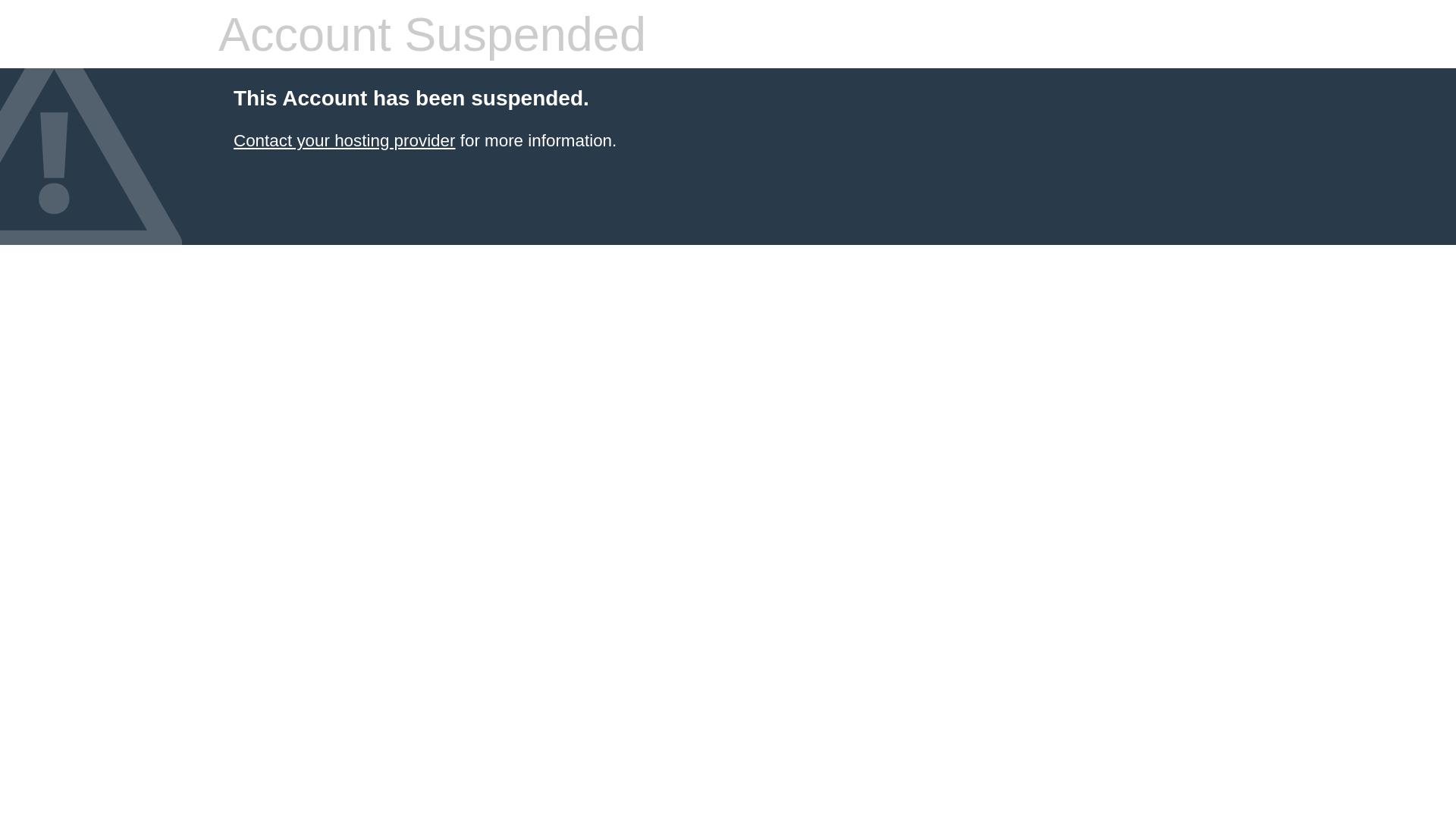 The image size is (1456, 819). Describe the element at coordinates (344, 140) in the screenshot. I see `'Contact your hosting provider'` at that location.